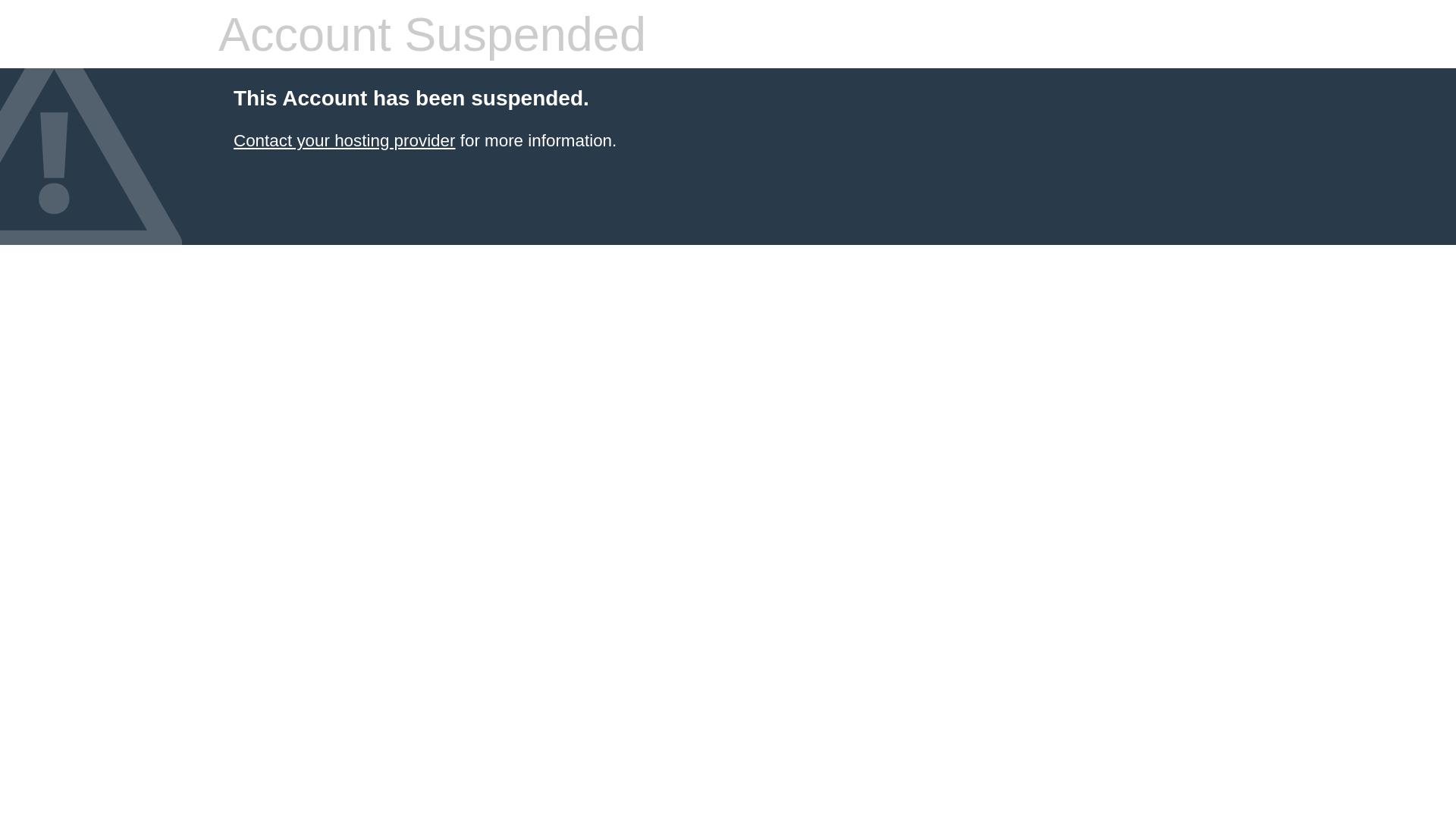 The image size is (1456, 819). Describe the element at coordinates (344, 140) in the screenshot. I see `'Contact your hosting provider'` at that location.